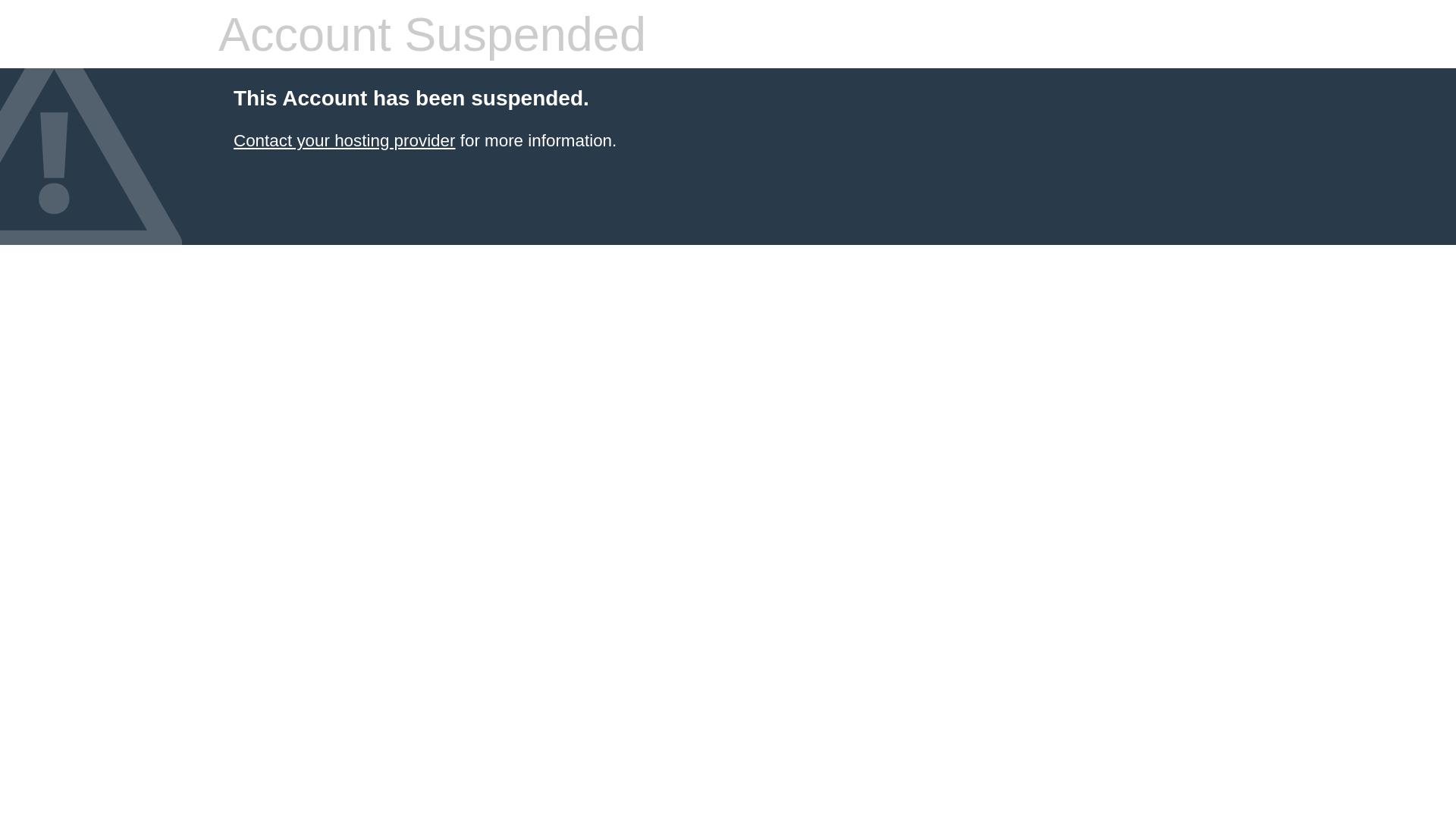 The image size is (1456, 819). Describe the element at coordinates (344, 140) in the screenshot. I see `'Contact your hosting provider'` at that location.